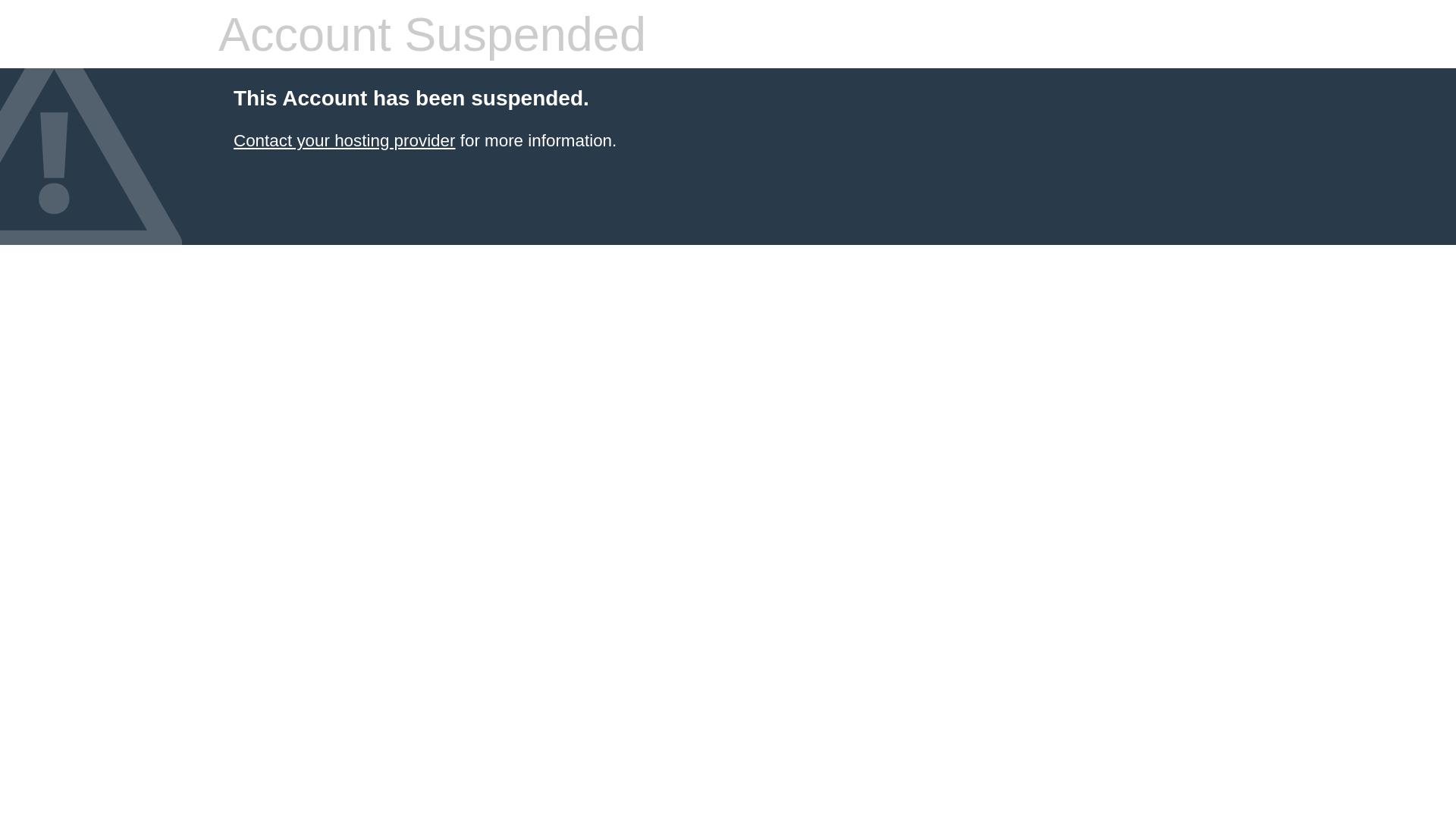 The image size is (1456, 819). Describe the element at coordinates (344, 140) in the screenshot. I see `'Contact your hosting provider'` at that location.